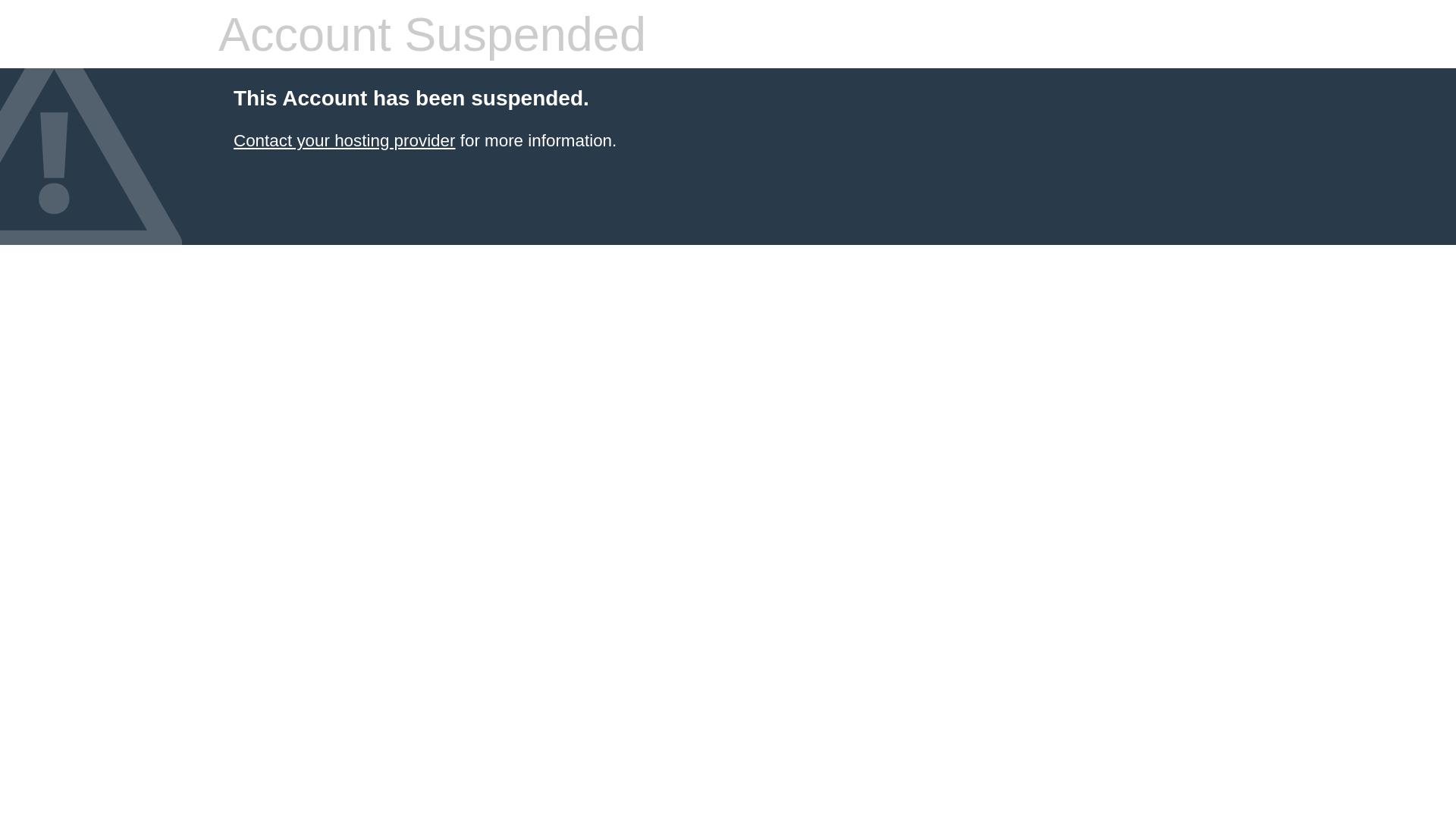 The image size is (1456, 819). Describe the element at coordinates (344, 140) in the screenshot. I see `'Contact your hosting provider'` at that location.